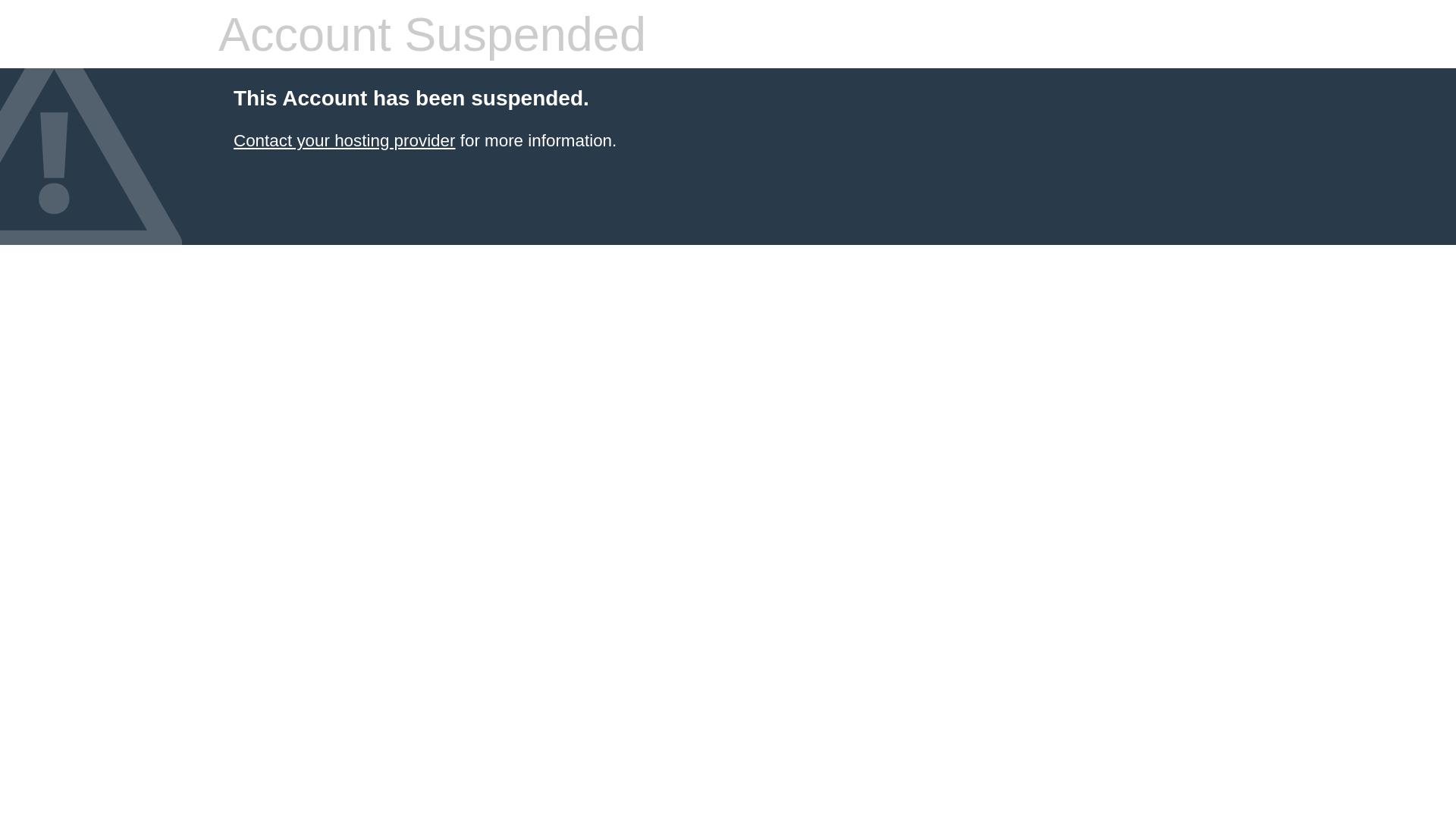 The image size is (1456, 819). Describe the element at coordinates (344, 140) in the screenshot. I see `'Contact your hosting provider'` at that location.